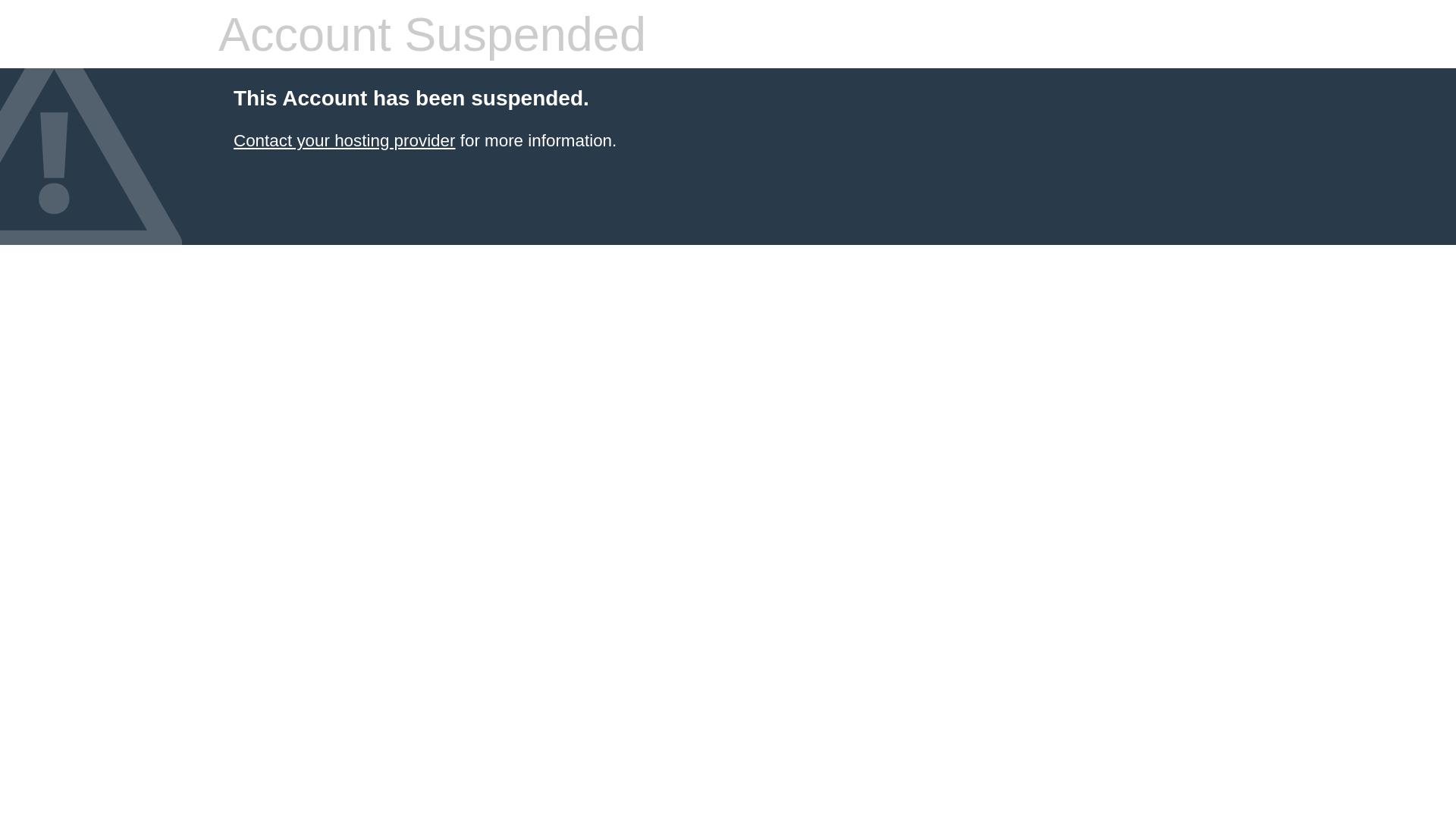 The image size is (1456, 819). Describe the element at coordinates (344, 140) in the screenshot. I see `'Contact your hosting provider'` at that location.